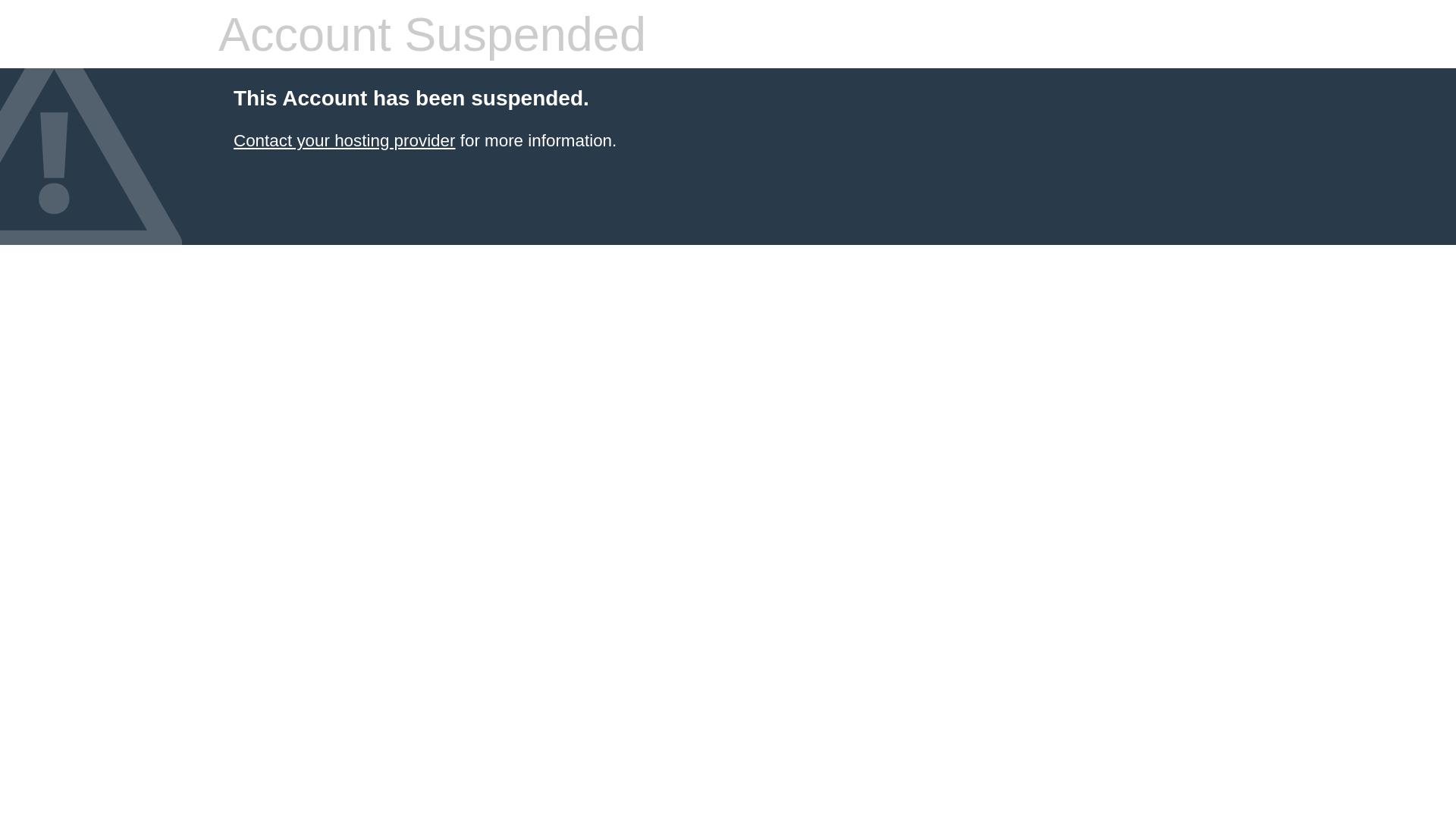 The image size is (1456, 819). Describe the element at coordinates (344, 140) in the screenshot. I see `'Contact your hosting provider'` at that location.